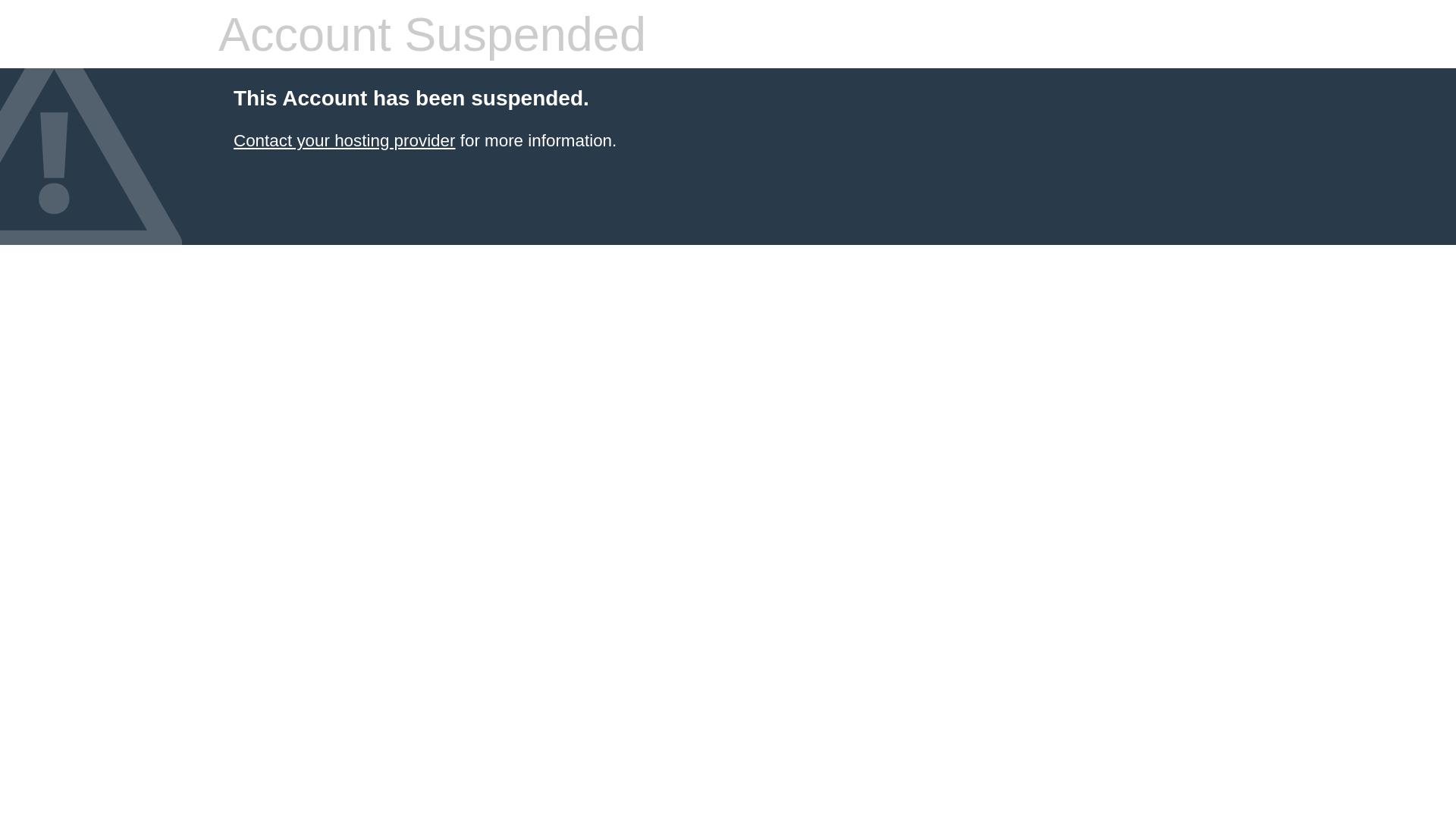 The image size is (1456, 819). Describe the element at coordinates (344, 140) in the screenshot. I see `'Contact your hosting provider'` at that location.